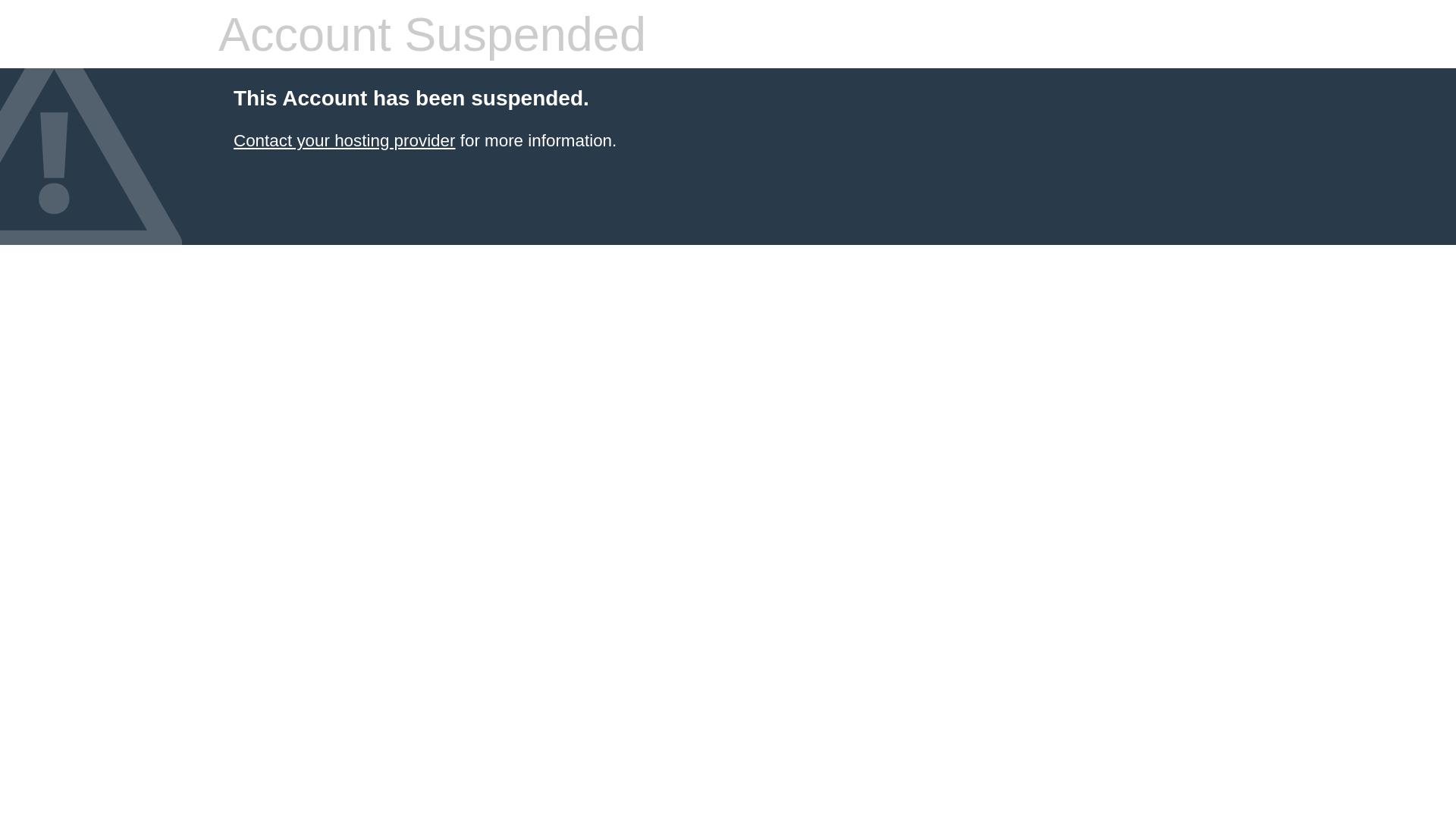 The image size is (1456, 819). Describe the element at coordinates (344, 140) in the screenshot. I see `'Contact your hosting provider'` at that location.